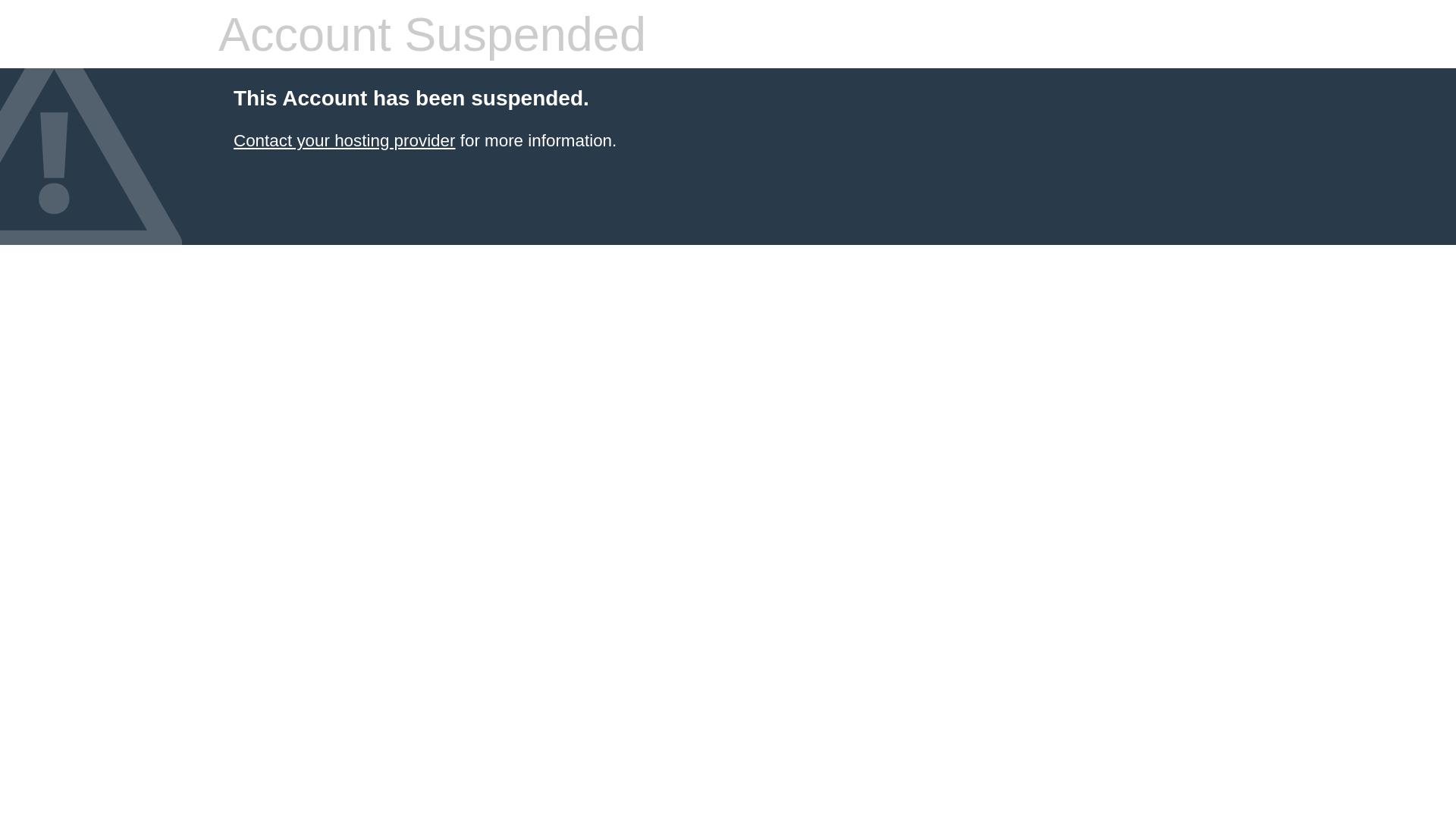 The image size is (1456, 819). Describe the element at coordinates (344, 140) in the screenshot. I see `'Contact your hosting provider'` at that location.